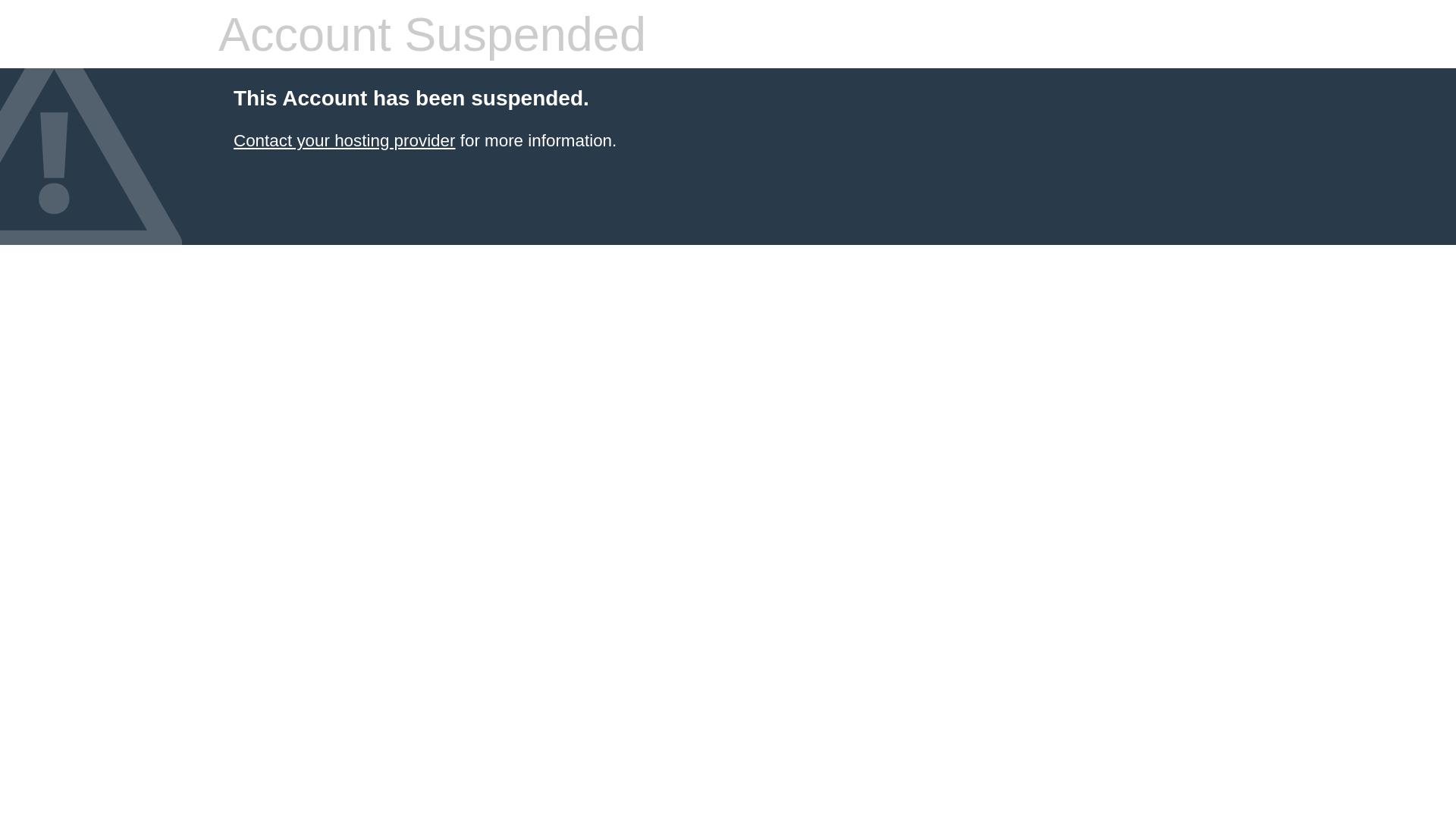 The image size is (1456, 819). Describe the element at coordinates (344, 140) in the screenshot. I see `'Contact your hosting provider'` at that location.